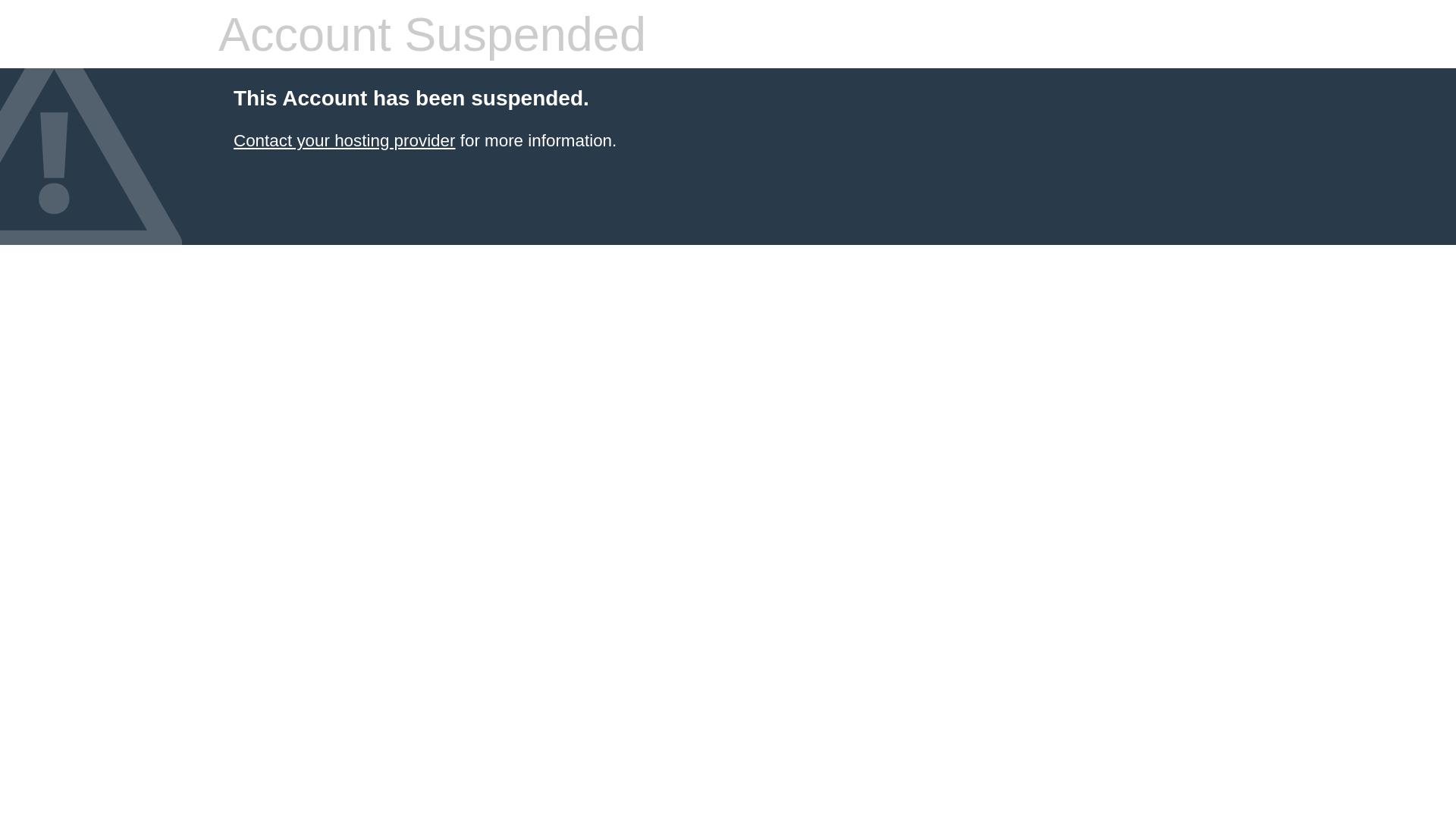 The image size is (1456, 819). Describe the element at coordinates (344, 140) in the screenshot. I see `'Contact your hosting provider'` at that location.